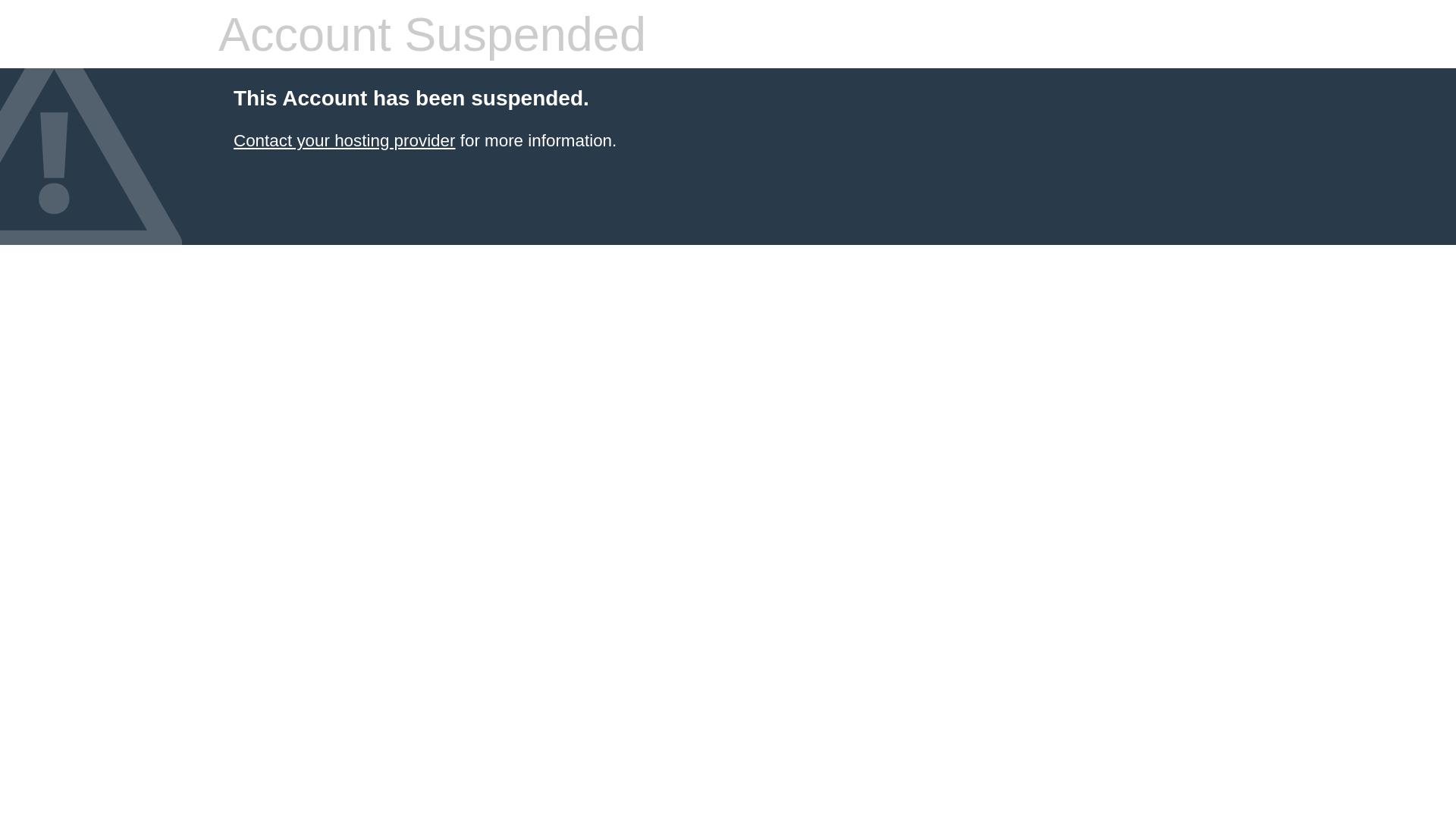 The image size is (1456, 819). Describe the element at coordinates (344, 140) in the screenshot. I see `'Contact your hosting provider'` at that location.